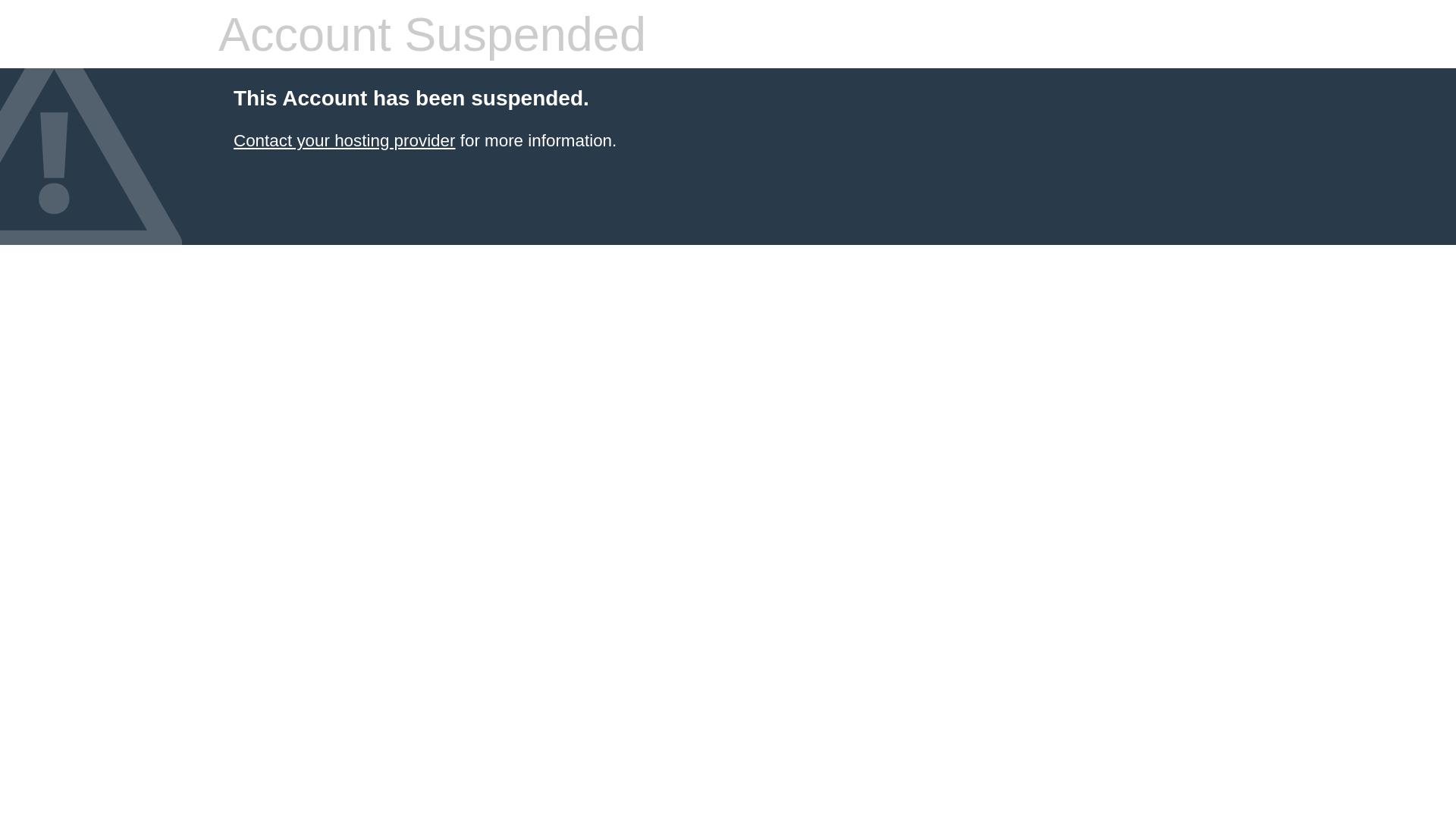 The image size is (1456, 819). Describe the element at coordinates (344, 140) in the screenshot. I see `'Contact your hosting provider'` at that location.